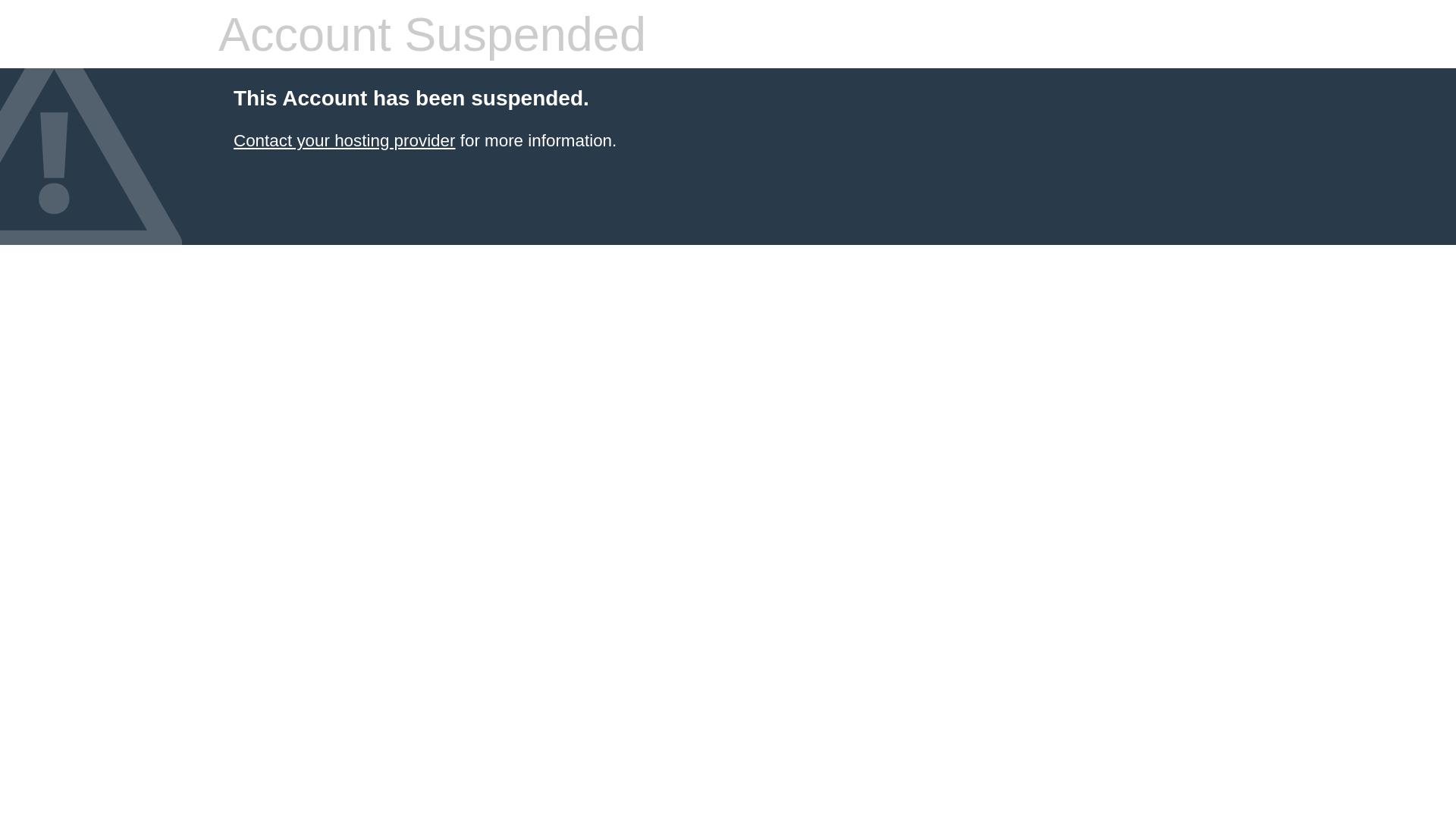 The image size is (1456, 819). Describe the element at coordinates (344, 140) in the screenshot. I see `'Contact your hosting provider'` at that location.